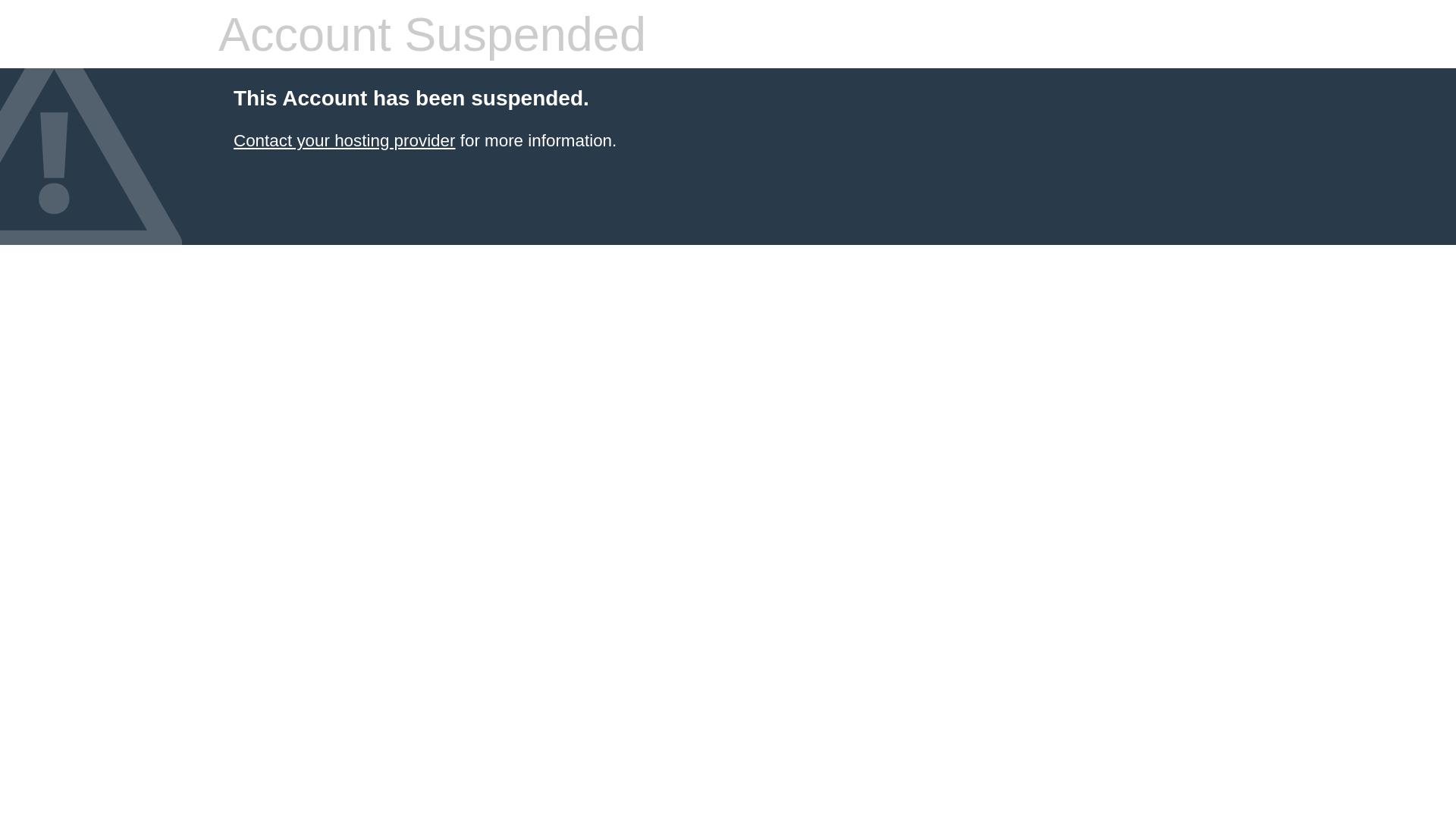 The image size is (1456, 819). Describe the element at coordinates (344, 140) in the screenshot. I see `'Contact your hosting provider'` at that location.